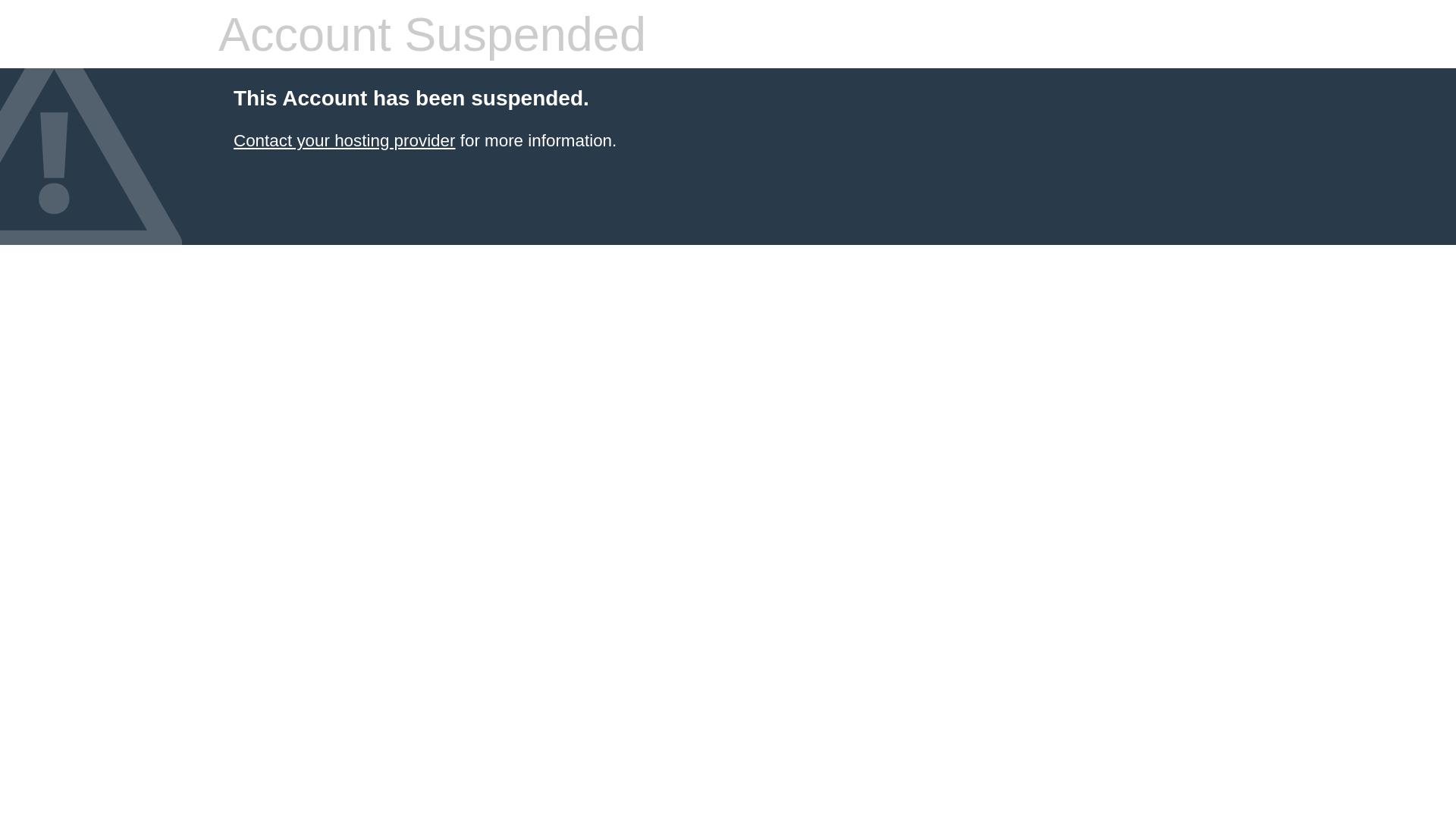 The image size is (1456, 819). Describe the element at coordinates (344, 140) in the screenshot. I see `'Contact your hosting provider'` at that location.